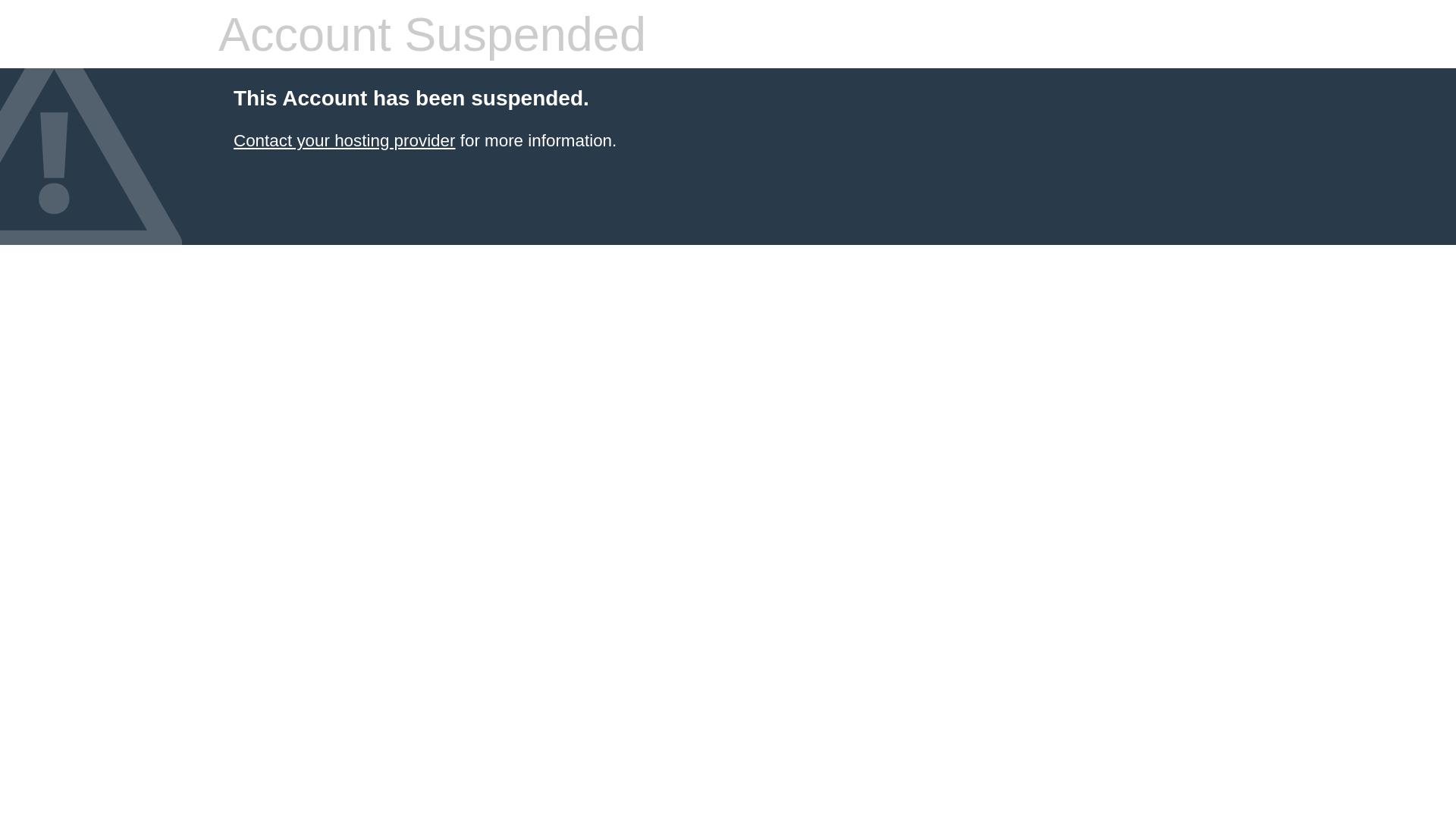 The image size is (1456, 819). Describe the element at coordinates (344, 140) in the screenshot. I see `'Contact your hosting provider'` at that location.